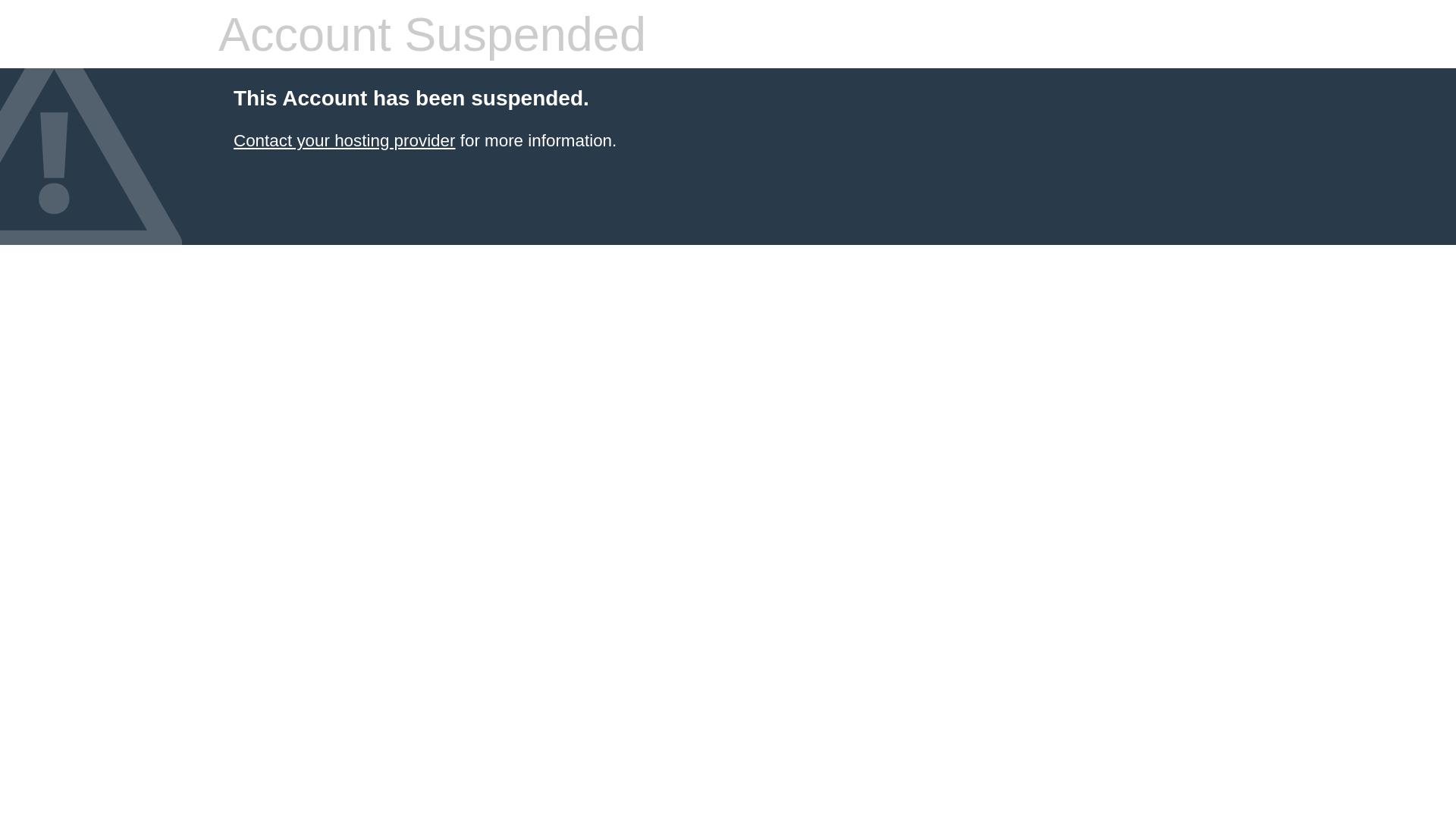 The image size is (1456, 819). Describe the element at coordinates (344, 140) in the screenshot. I see `'Contact your hosting provider'` at that location.